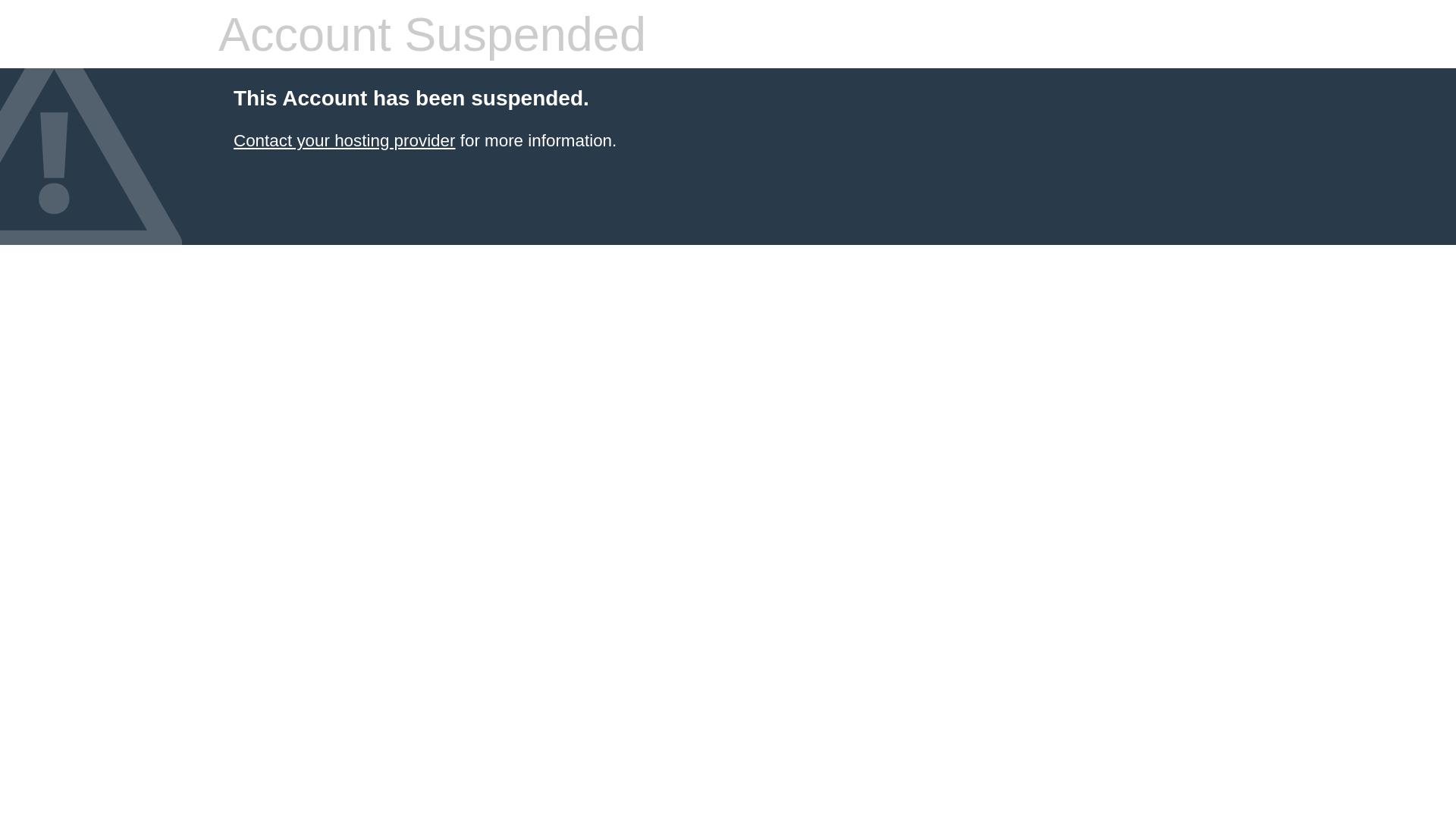 The image size is (1456, 819). Describe the element at coordinates (344, 140) in the screenshot. I see `'Contact your hosting provider'` at that location.